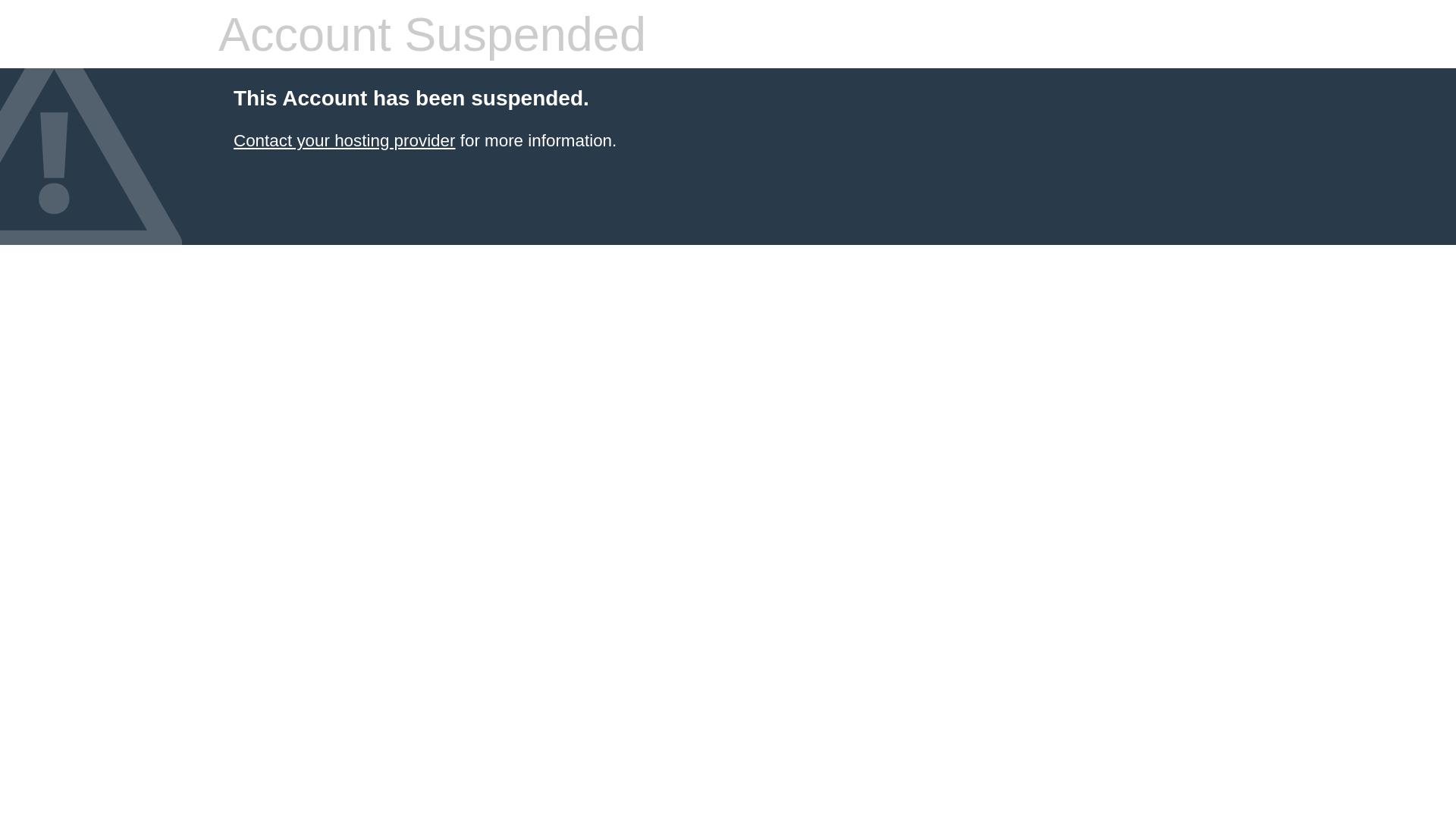 The image size is (1456, 819). Describe the element at coordinates (344, 140) in the screenshot. I see `'Contact your hosting provider'` at that location.